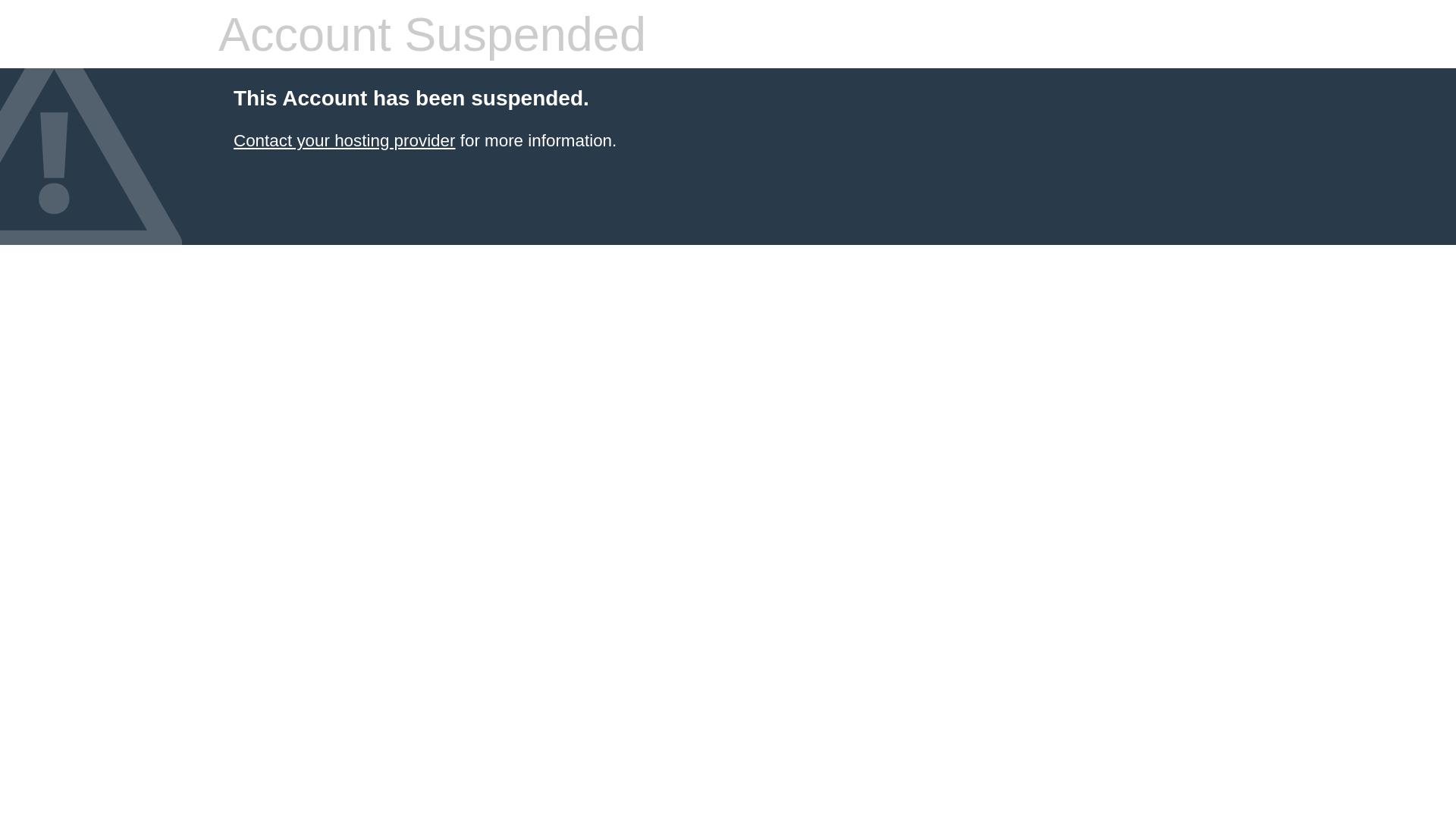 The image size is (1456, 819). Describe the element at coordinates (344, 140) in the screenshot. I see `'Contact your hosting provider'` at that location.